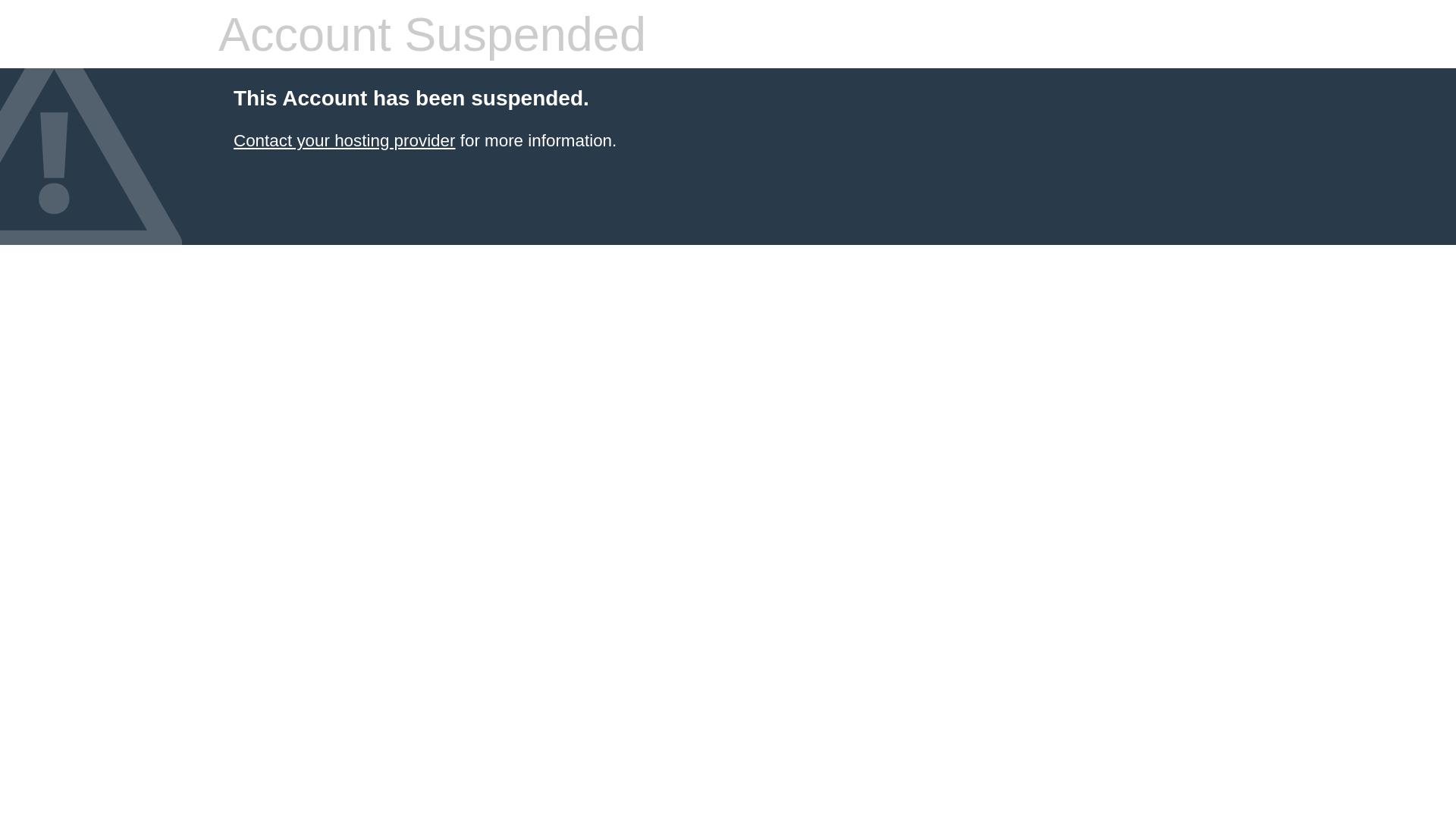 The image size is (1456, 819). Describe the element at coordinates (344, 140) in the screenshot. I see `'Contact your hosting provider'` at that location.